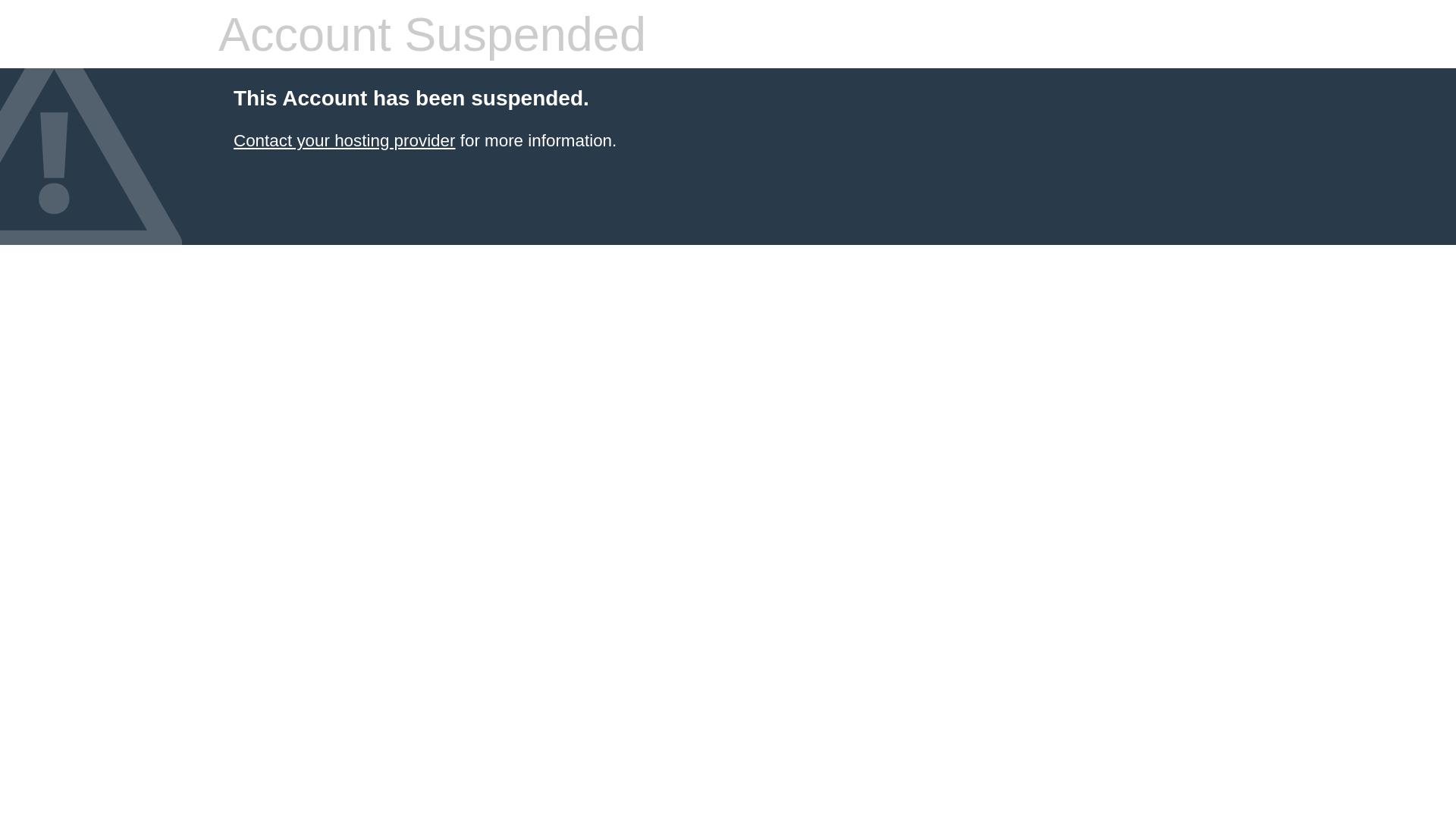 The image size is (1456, 819). Describe the element at coordinates (344, 140) in the screenshot. I see `'Contact your hosting provider'` at that location.